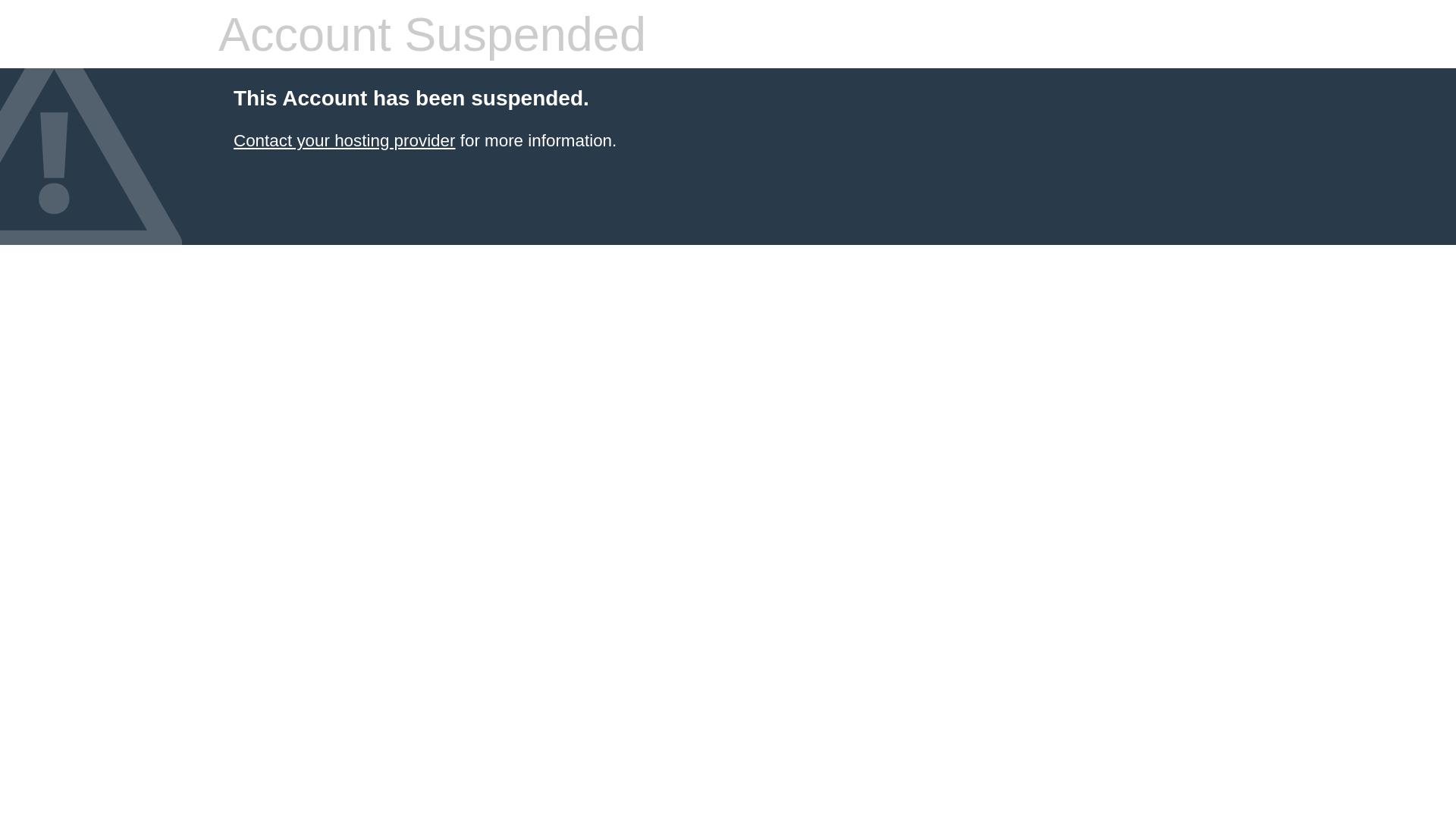 The image size is (1456, 819). Describe the element at coordinates (344, 140) in the screenshot. I see `'Contact your hosting provider'` at that location.